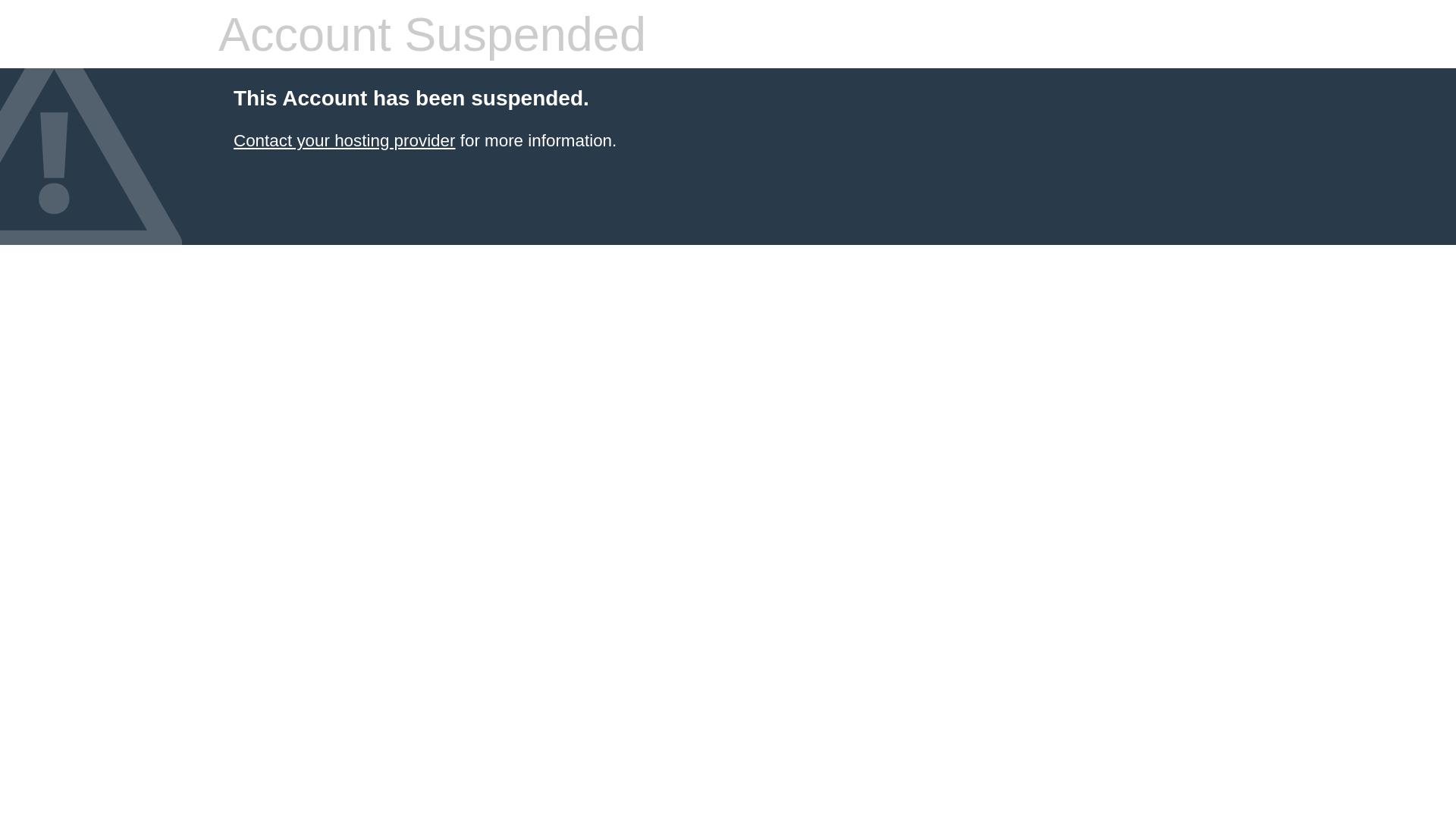 The image size is (1456, 819). Describe the element at coordinates (344, 140) in the screenshot. I see `'Contact your hosting provider'` at that location.